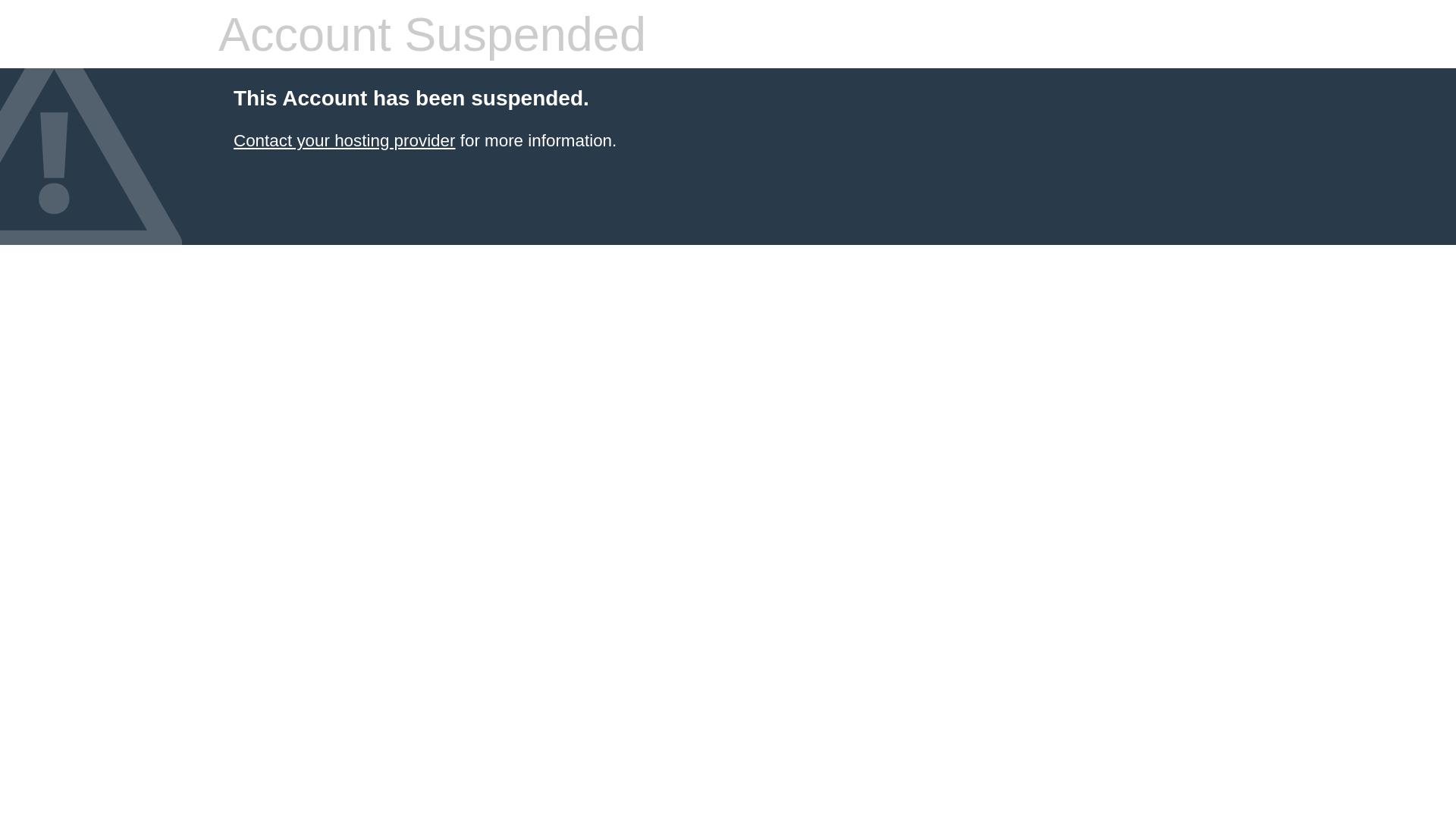 The image size is (1456, 819). Describe the element at coordinates (344, 140) in the screenshot. I see `'Contact your hosting provider'` at that location.